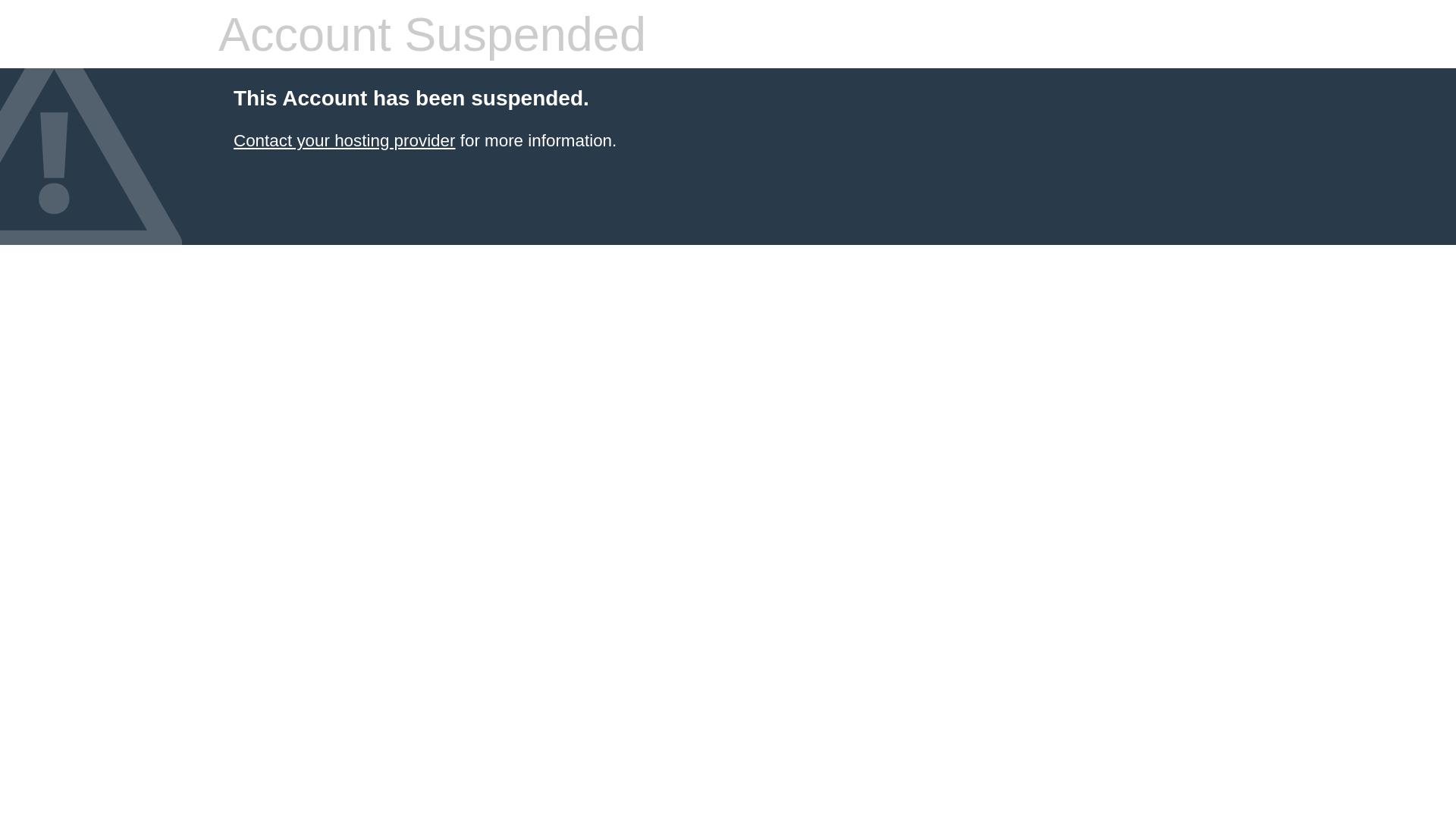 The image size is (1456, 819). Describe the element at coordinates (344, 140) in the screenshot. I see `'Contact your hosting provider'` at that location.